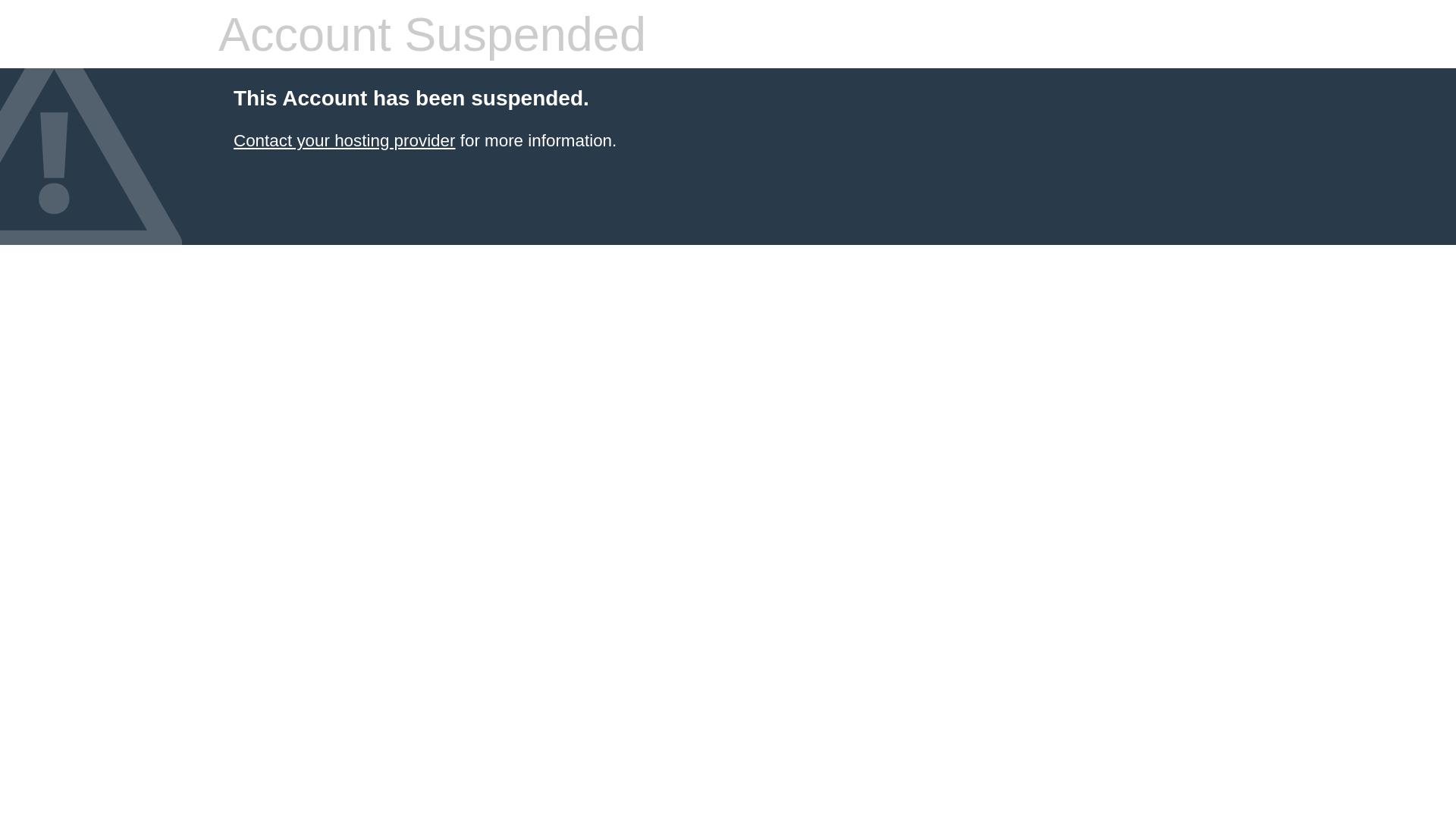 The image size is (1456, 819). Describe the element at coordinates (344, 140) in the screenshot. I see `'Contact your hosting provider'` at that location.